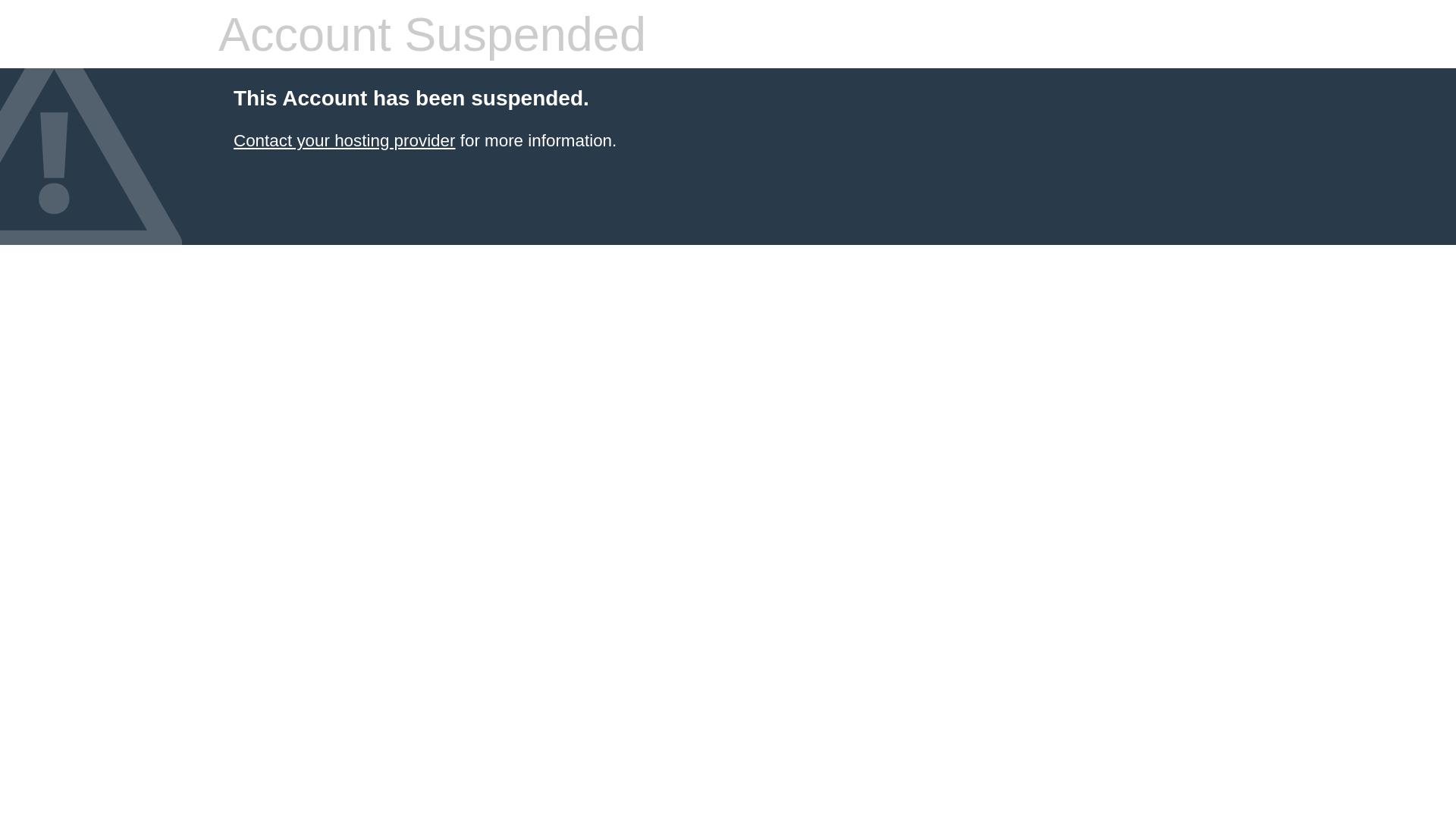 The image size is (1456, 819). Describe the element at coordinates (344, 140) in the screenshot. I see `'Contact your hosting provider'` at that location.